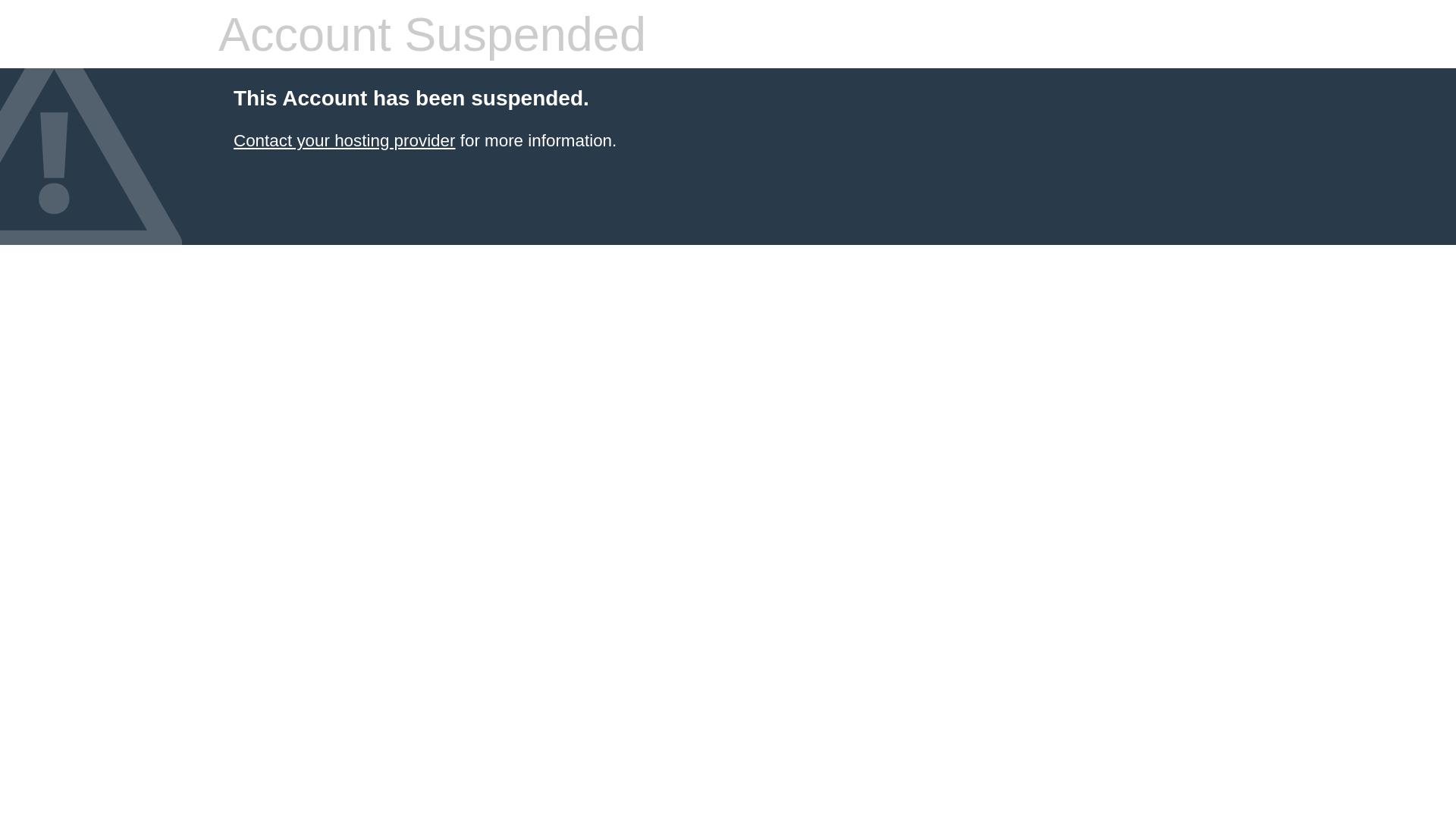 The image size is (1456, 819). Describe the element at coordinates (344, 140) in the screenshot. I see `'Contact your hosting provider'` at that location.